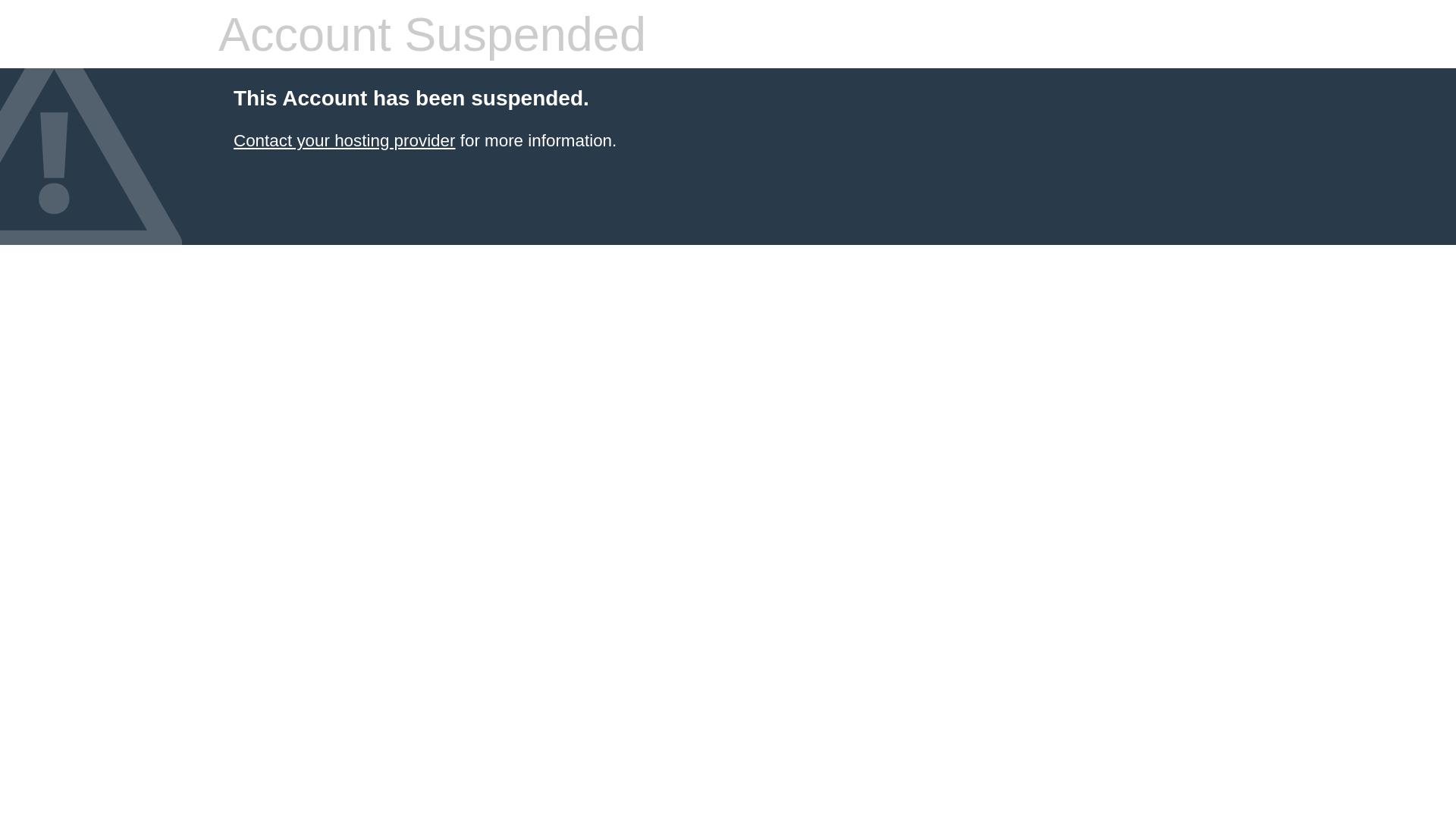 The image size is (1456, 819). Describe the element at coordinates (344, 140) in the screenshot. I see `'Contact your hosting provider'` at that location.